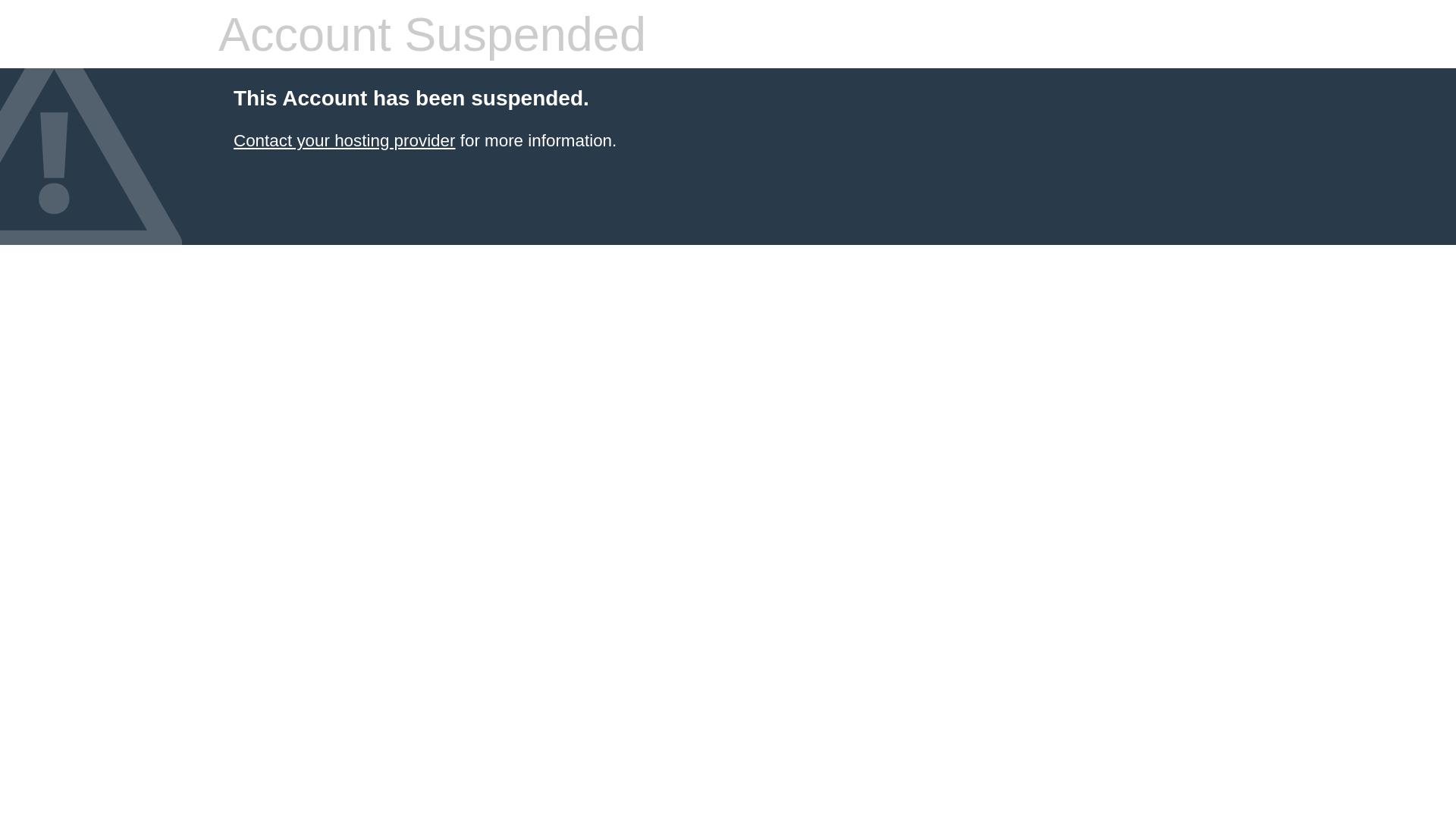 The image size is (1456, 819). Describe the element at coordinates (344, 140) in the screenshot. I see `'Contact your hosting provider'` at that location.